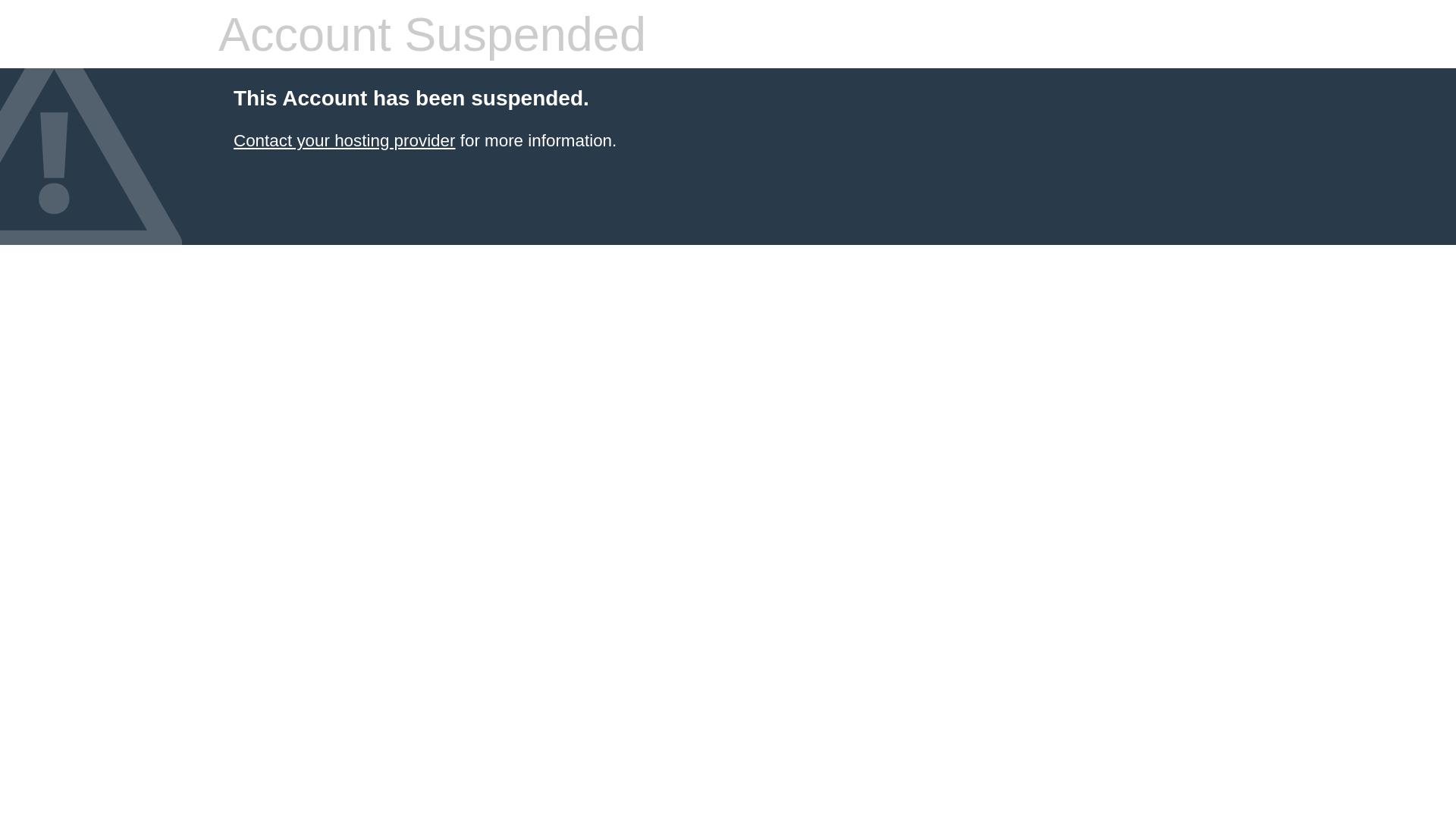 The image size is (1456, 819). Describe the element at coordinates (344, 140) in the screenshot. I see `'Contact your hosting provider'` at that location.